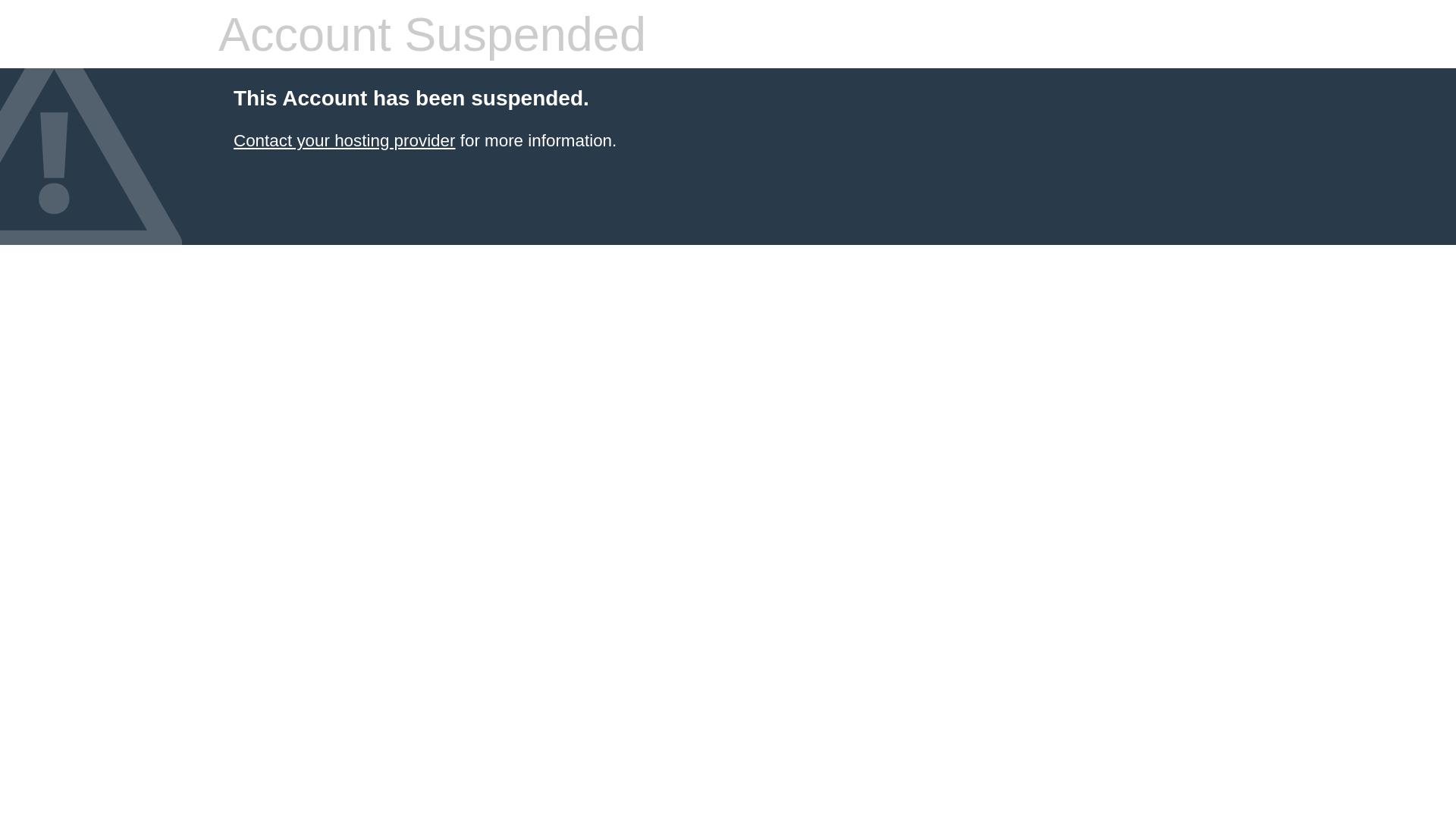 The image size is (1456, 819). Describe the element at coordinates (344, 140) in the screenshot. I see `'Contact your hosting provider'` at that location.